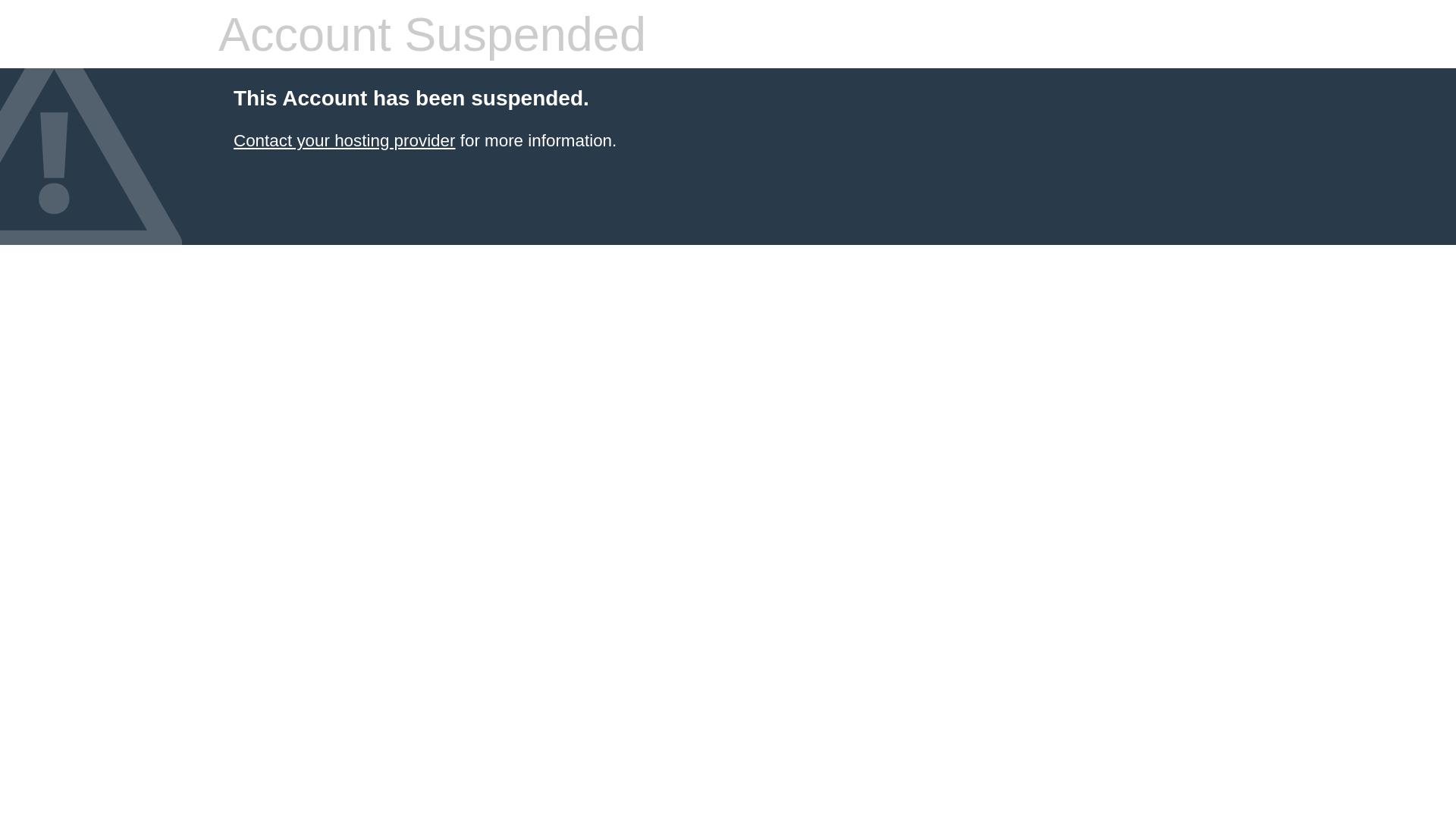 The image size is (1456, 819). Describe the element at coordinates (344, 140) in the screenshot. I see `'Contact your hosting provider'` at that location.